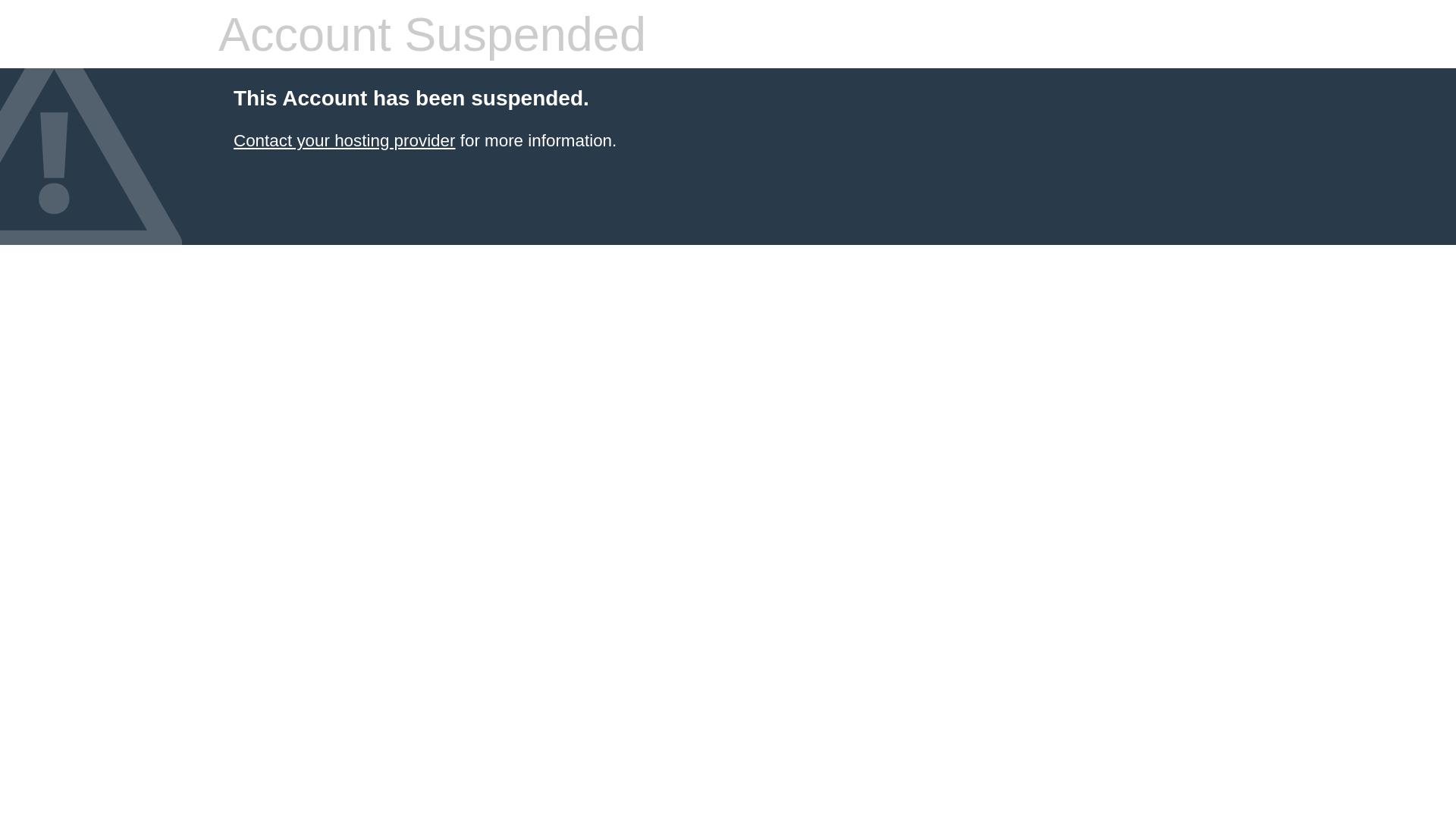 The image size is (1456, 819). Describe the element at coordinates (344, 140) in the screenshot. I see `'Contact your hosting provider'` at that location.